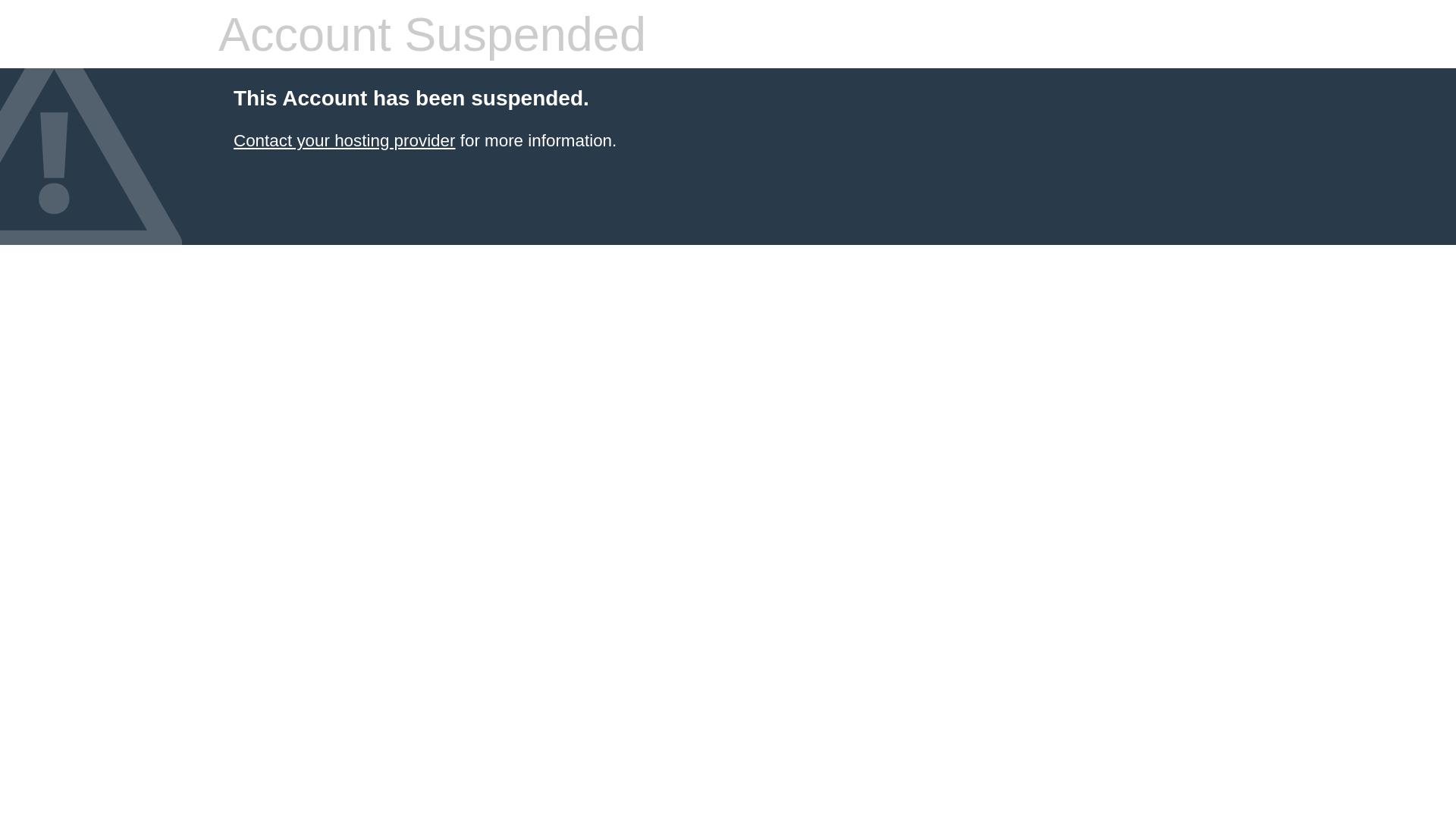 The image size is (1456, 819). Describe the element at coordinates (344, 140) in the screenshot. I see `'Contact your hosting provider'` at that location.